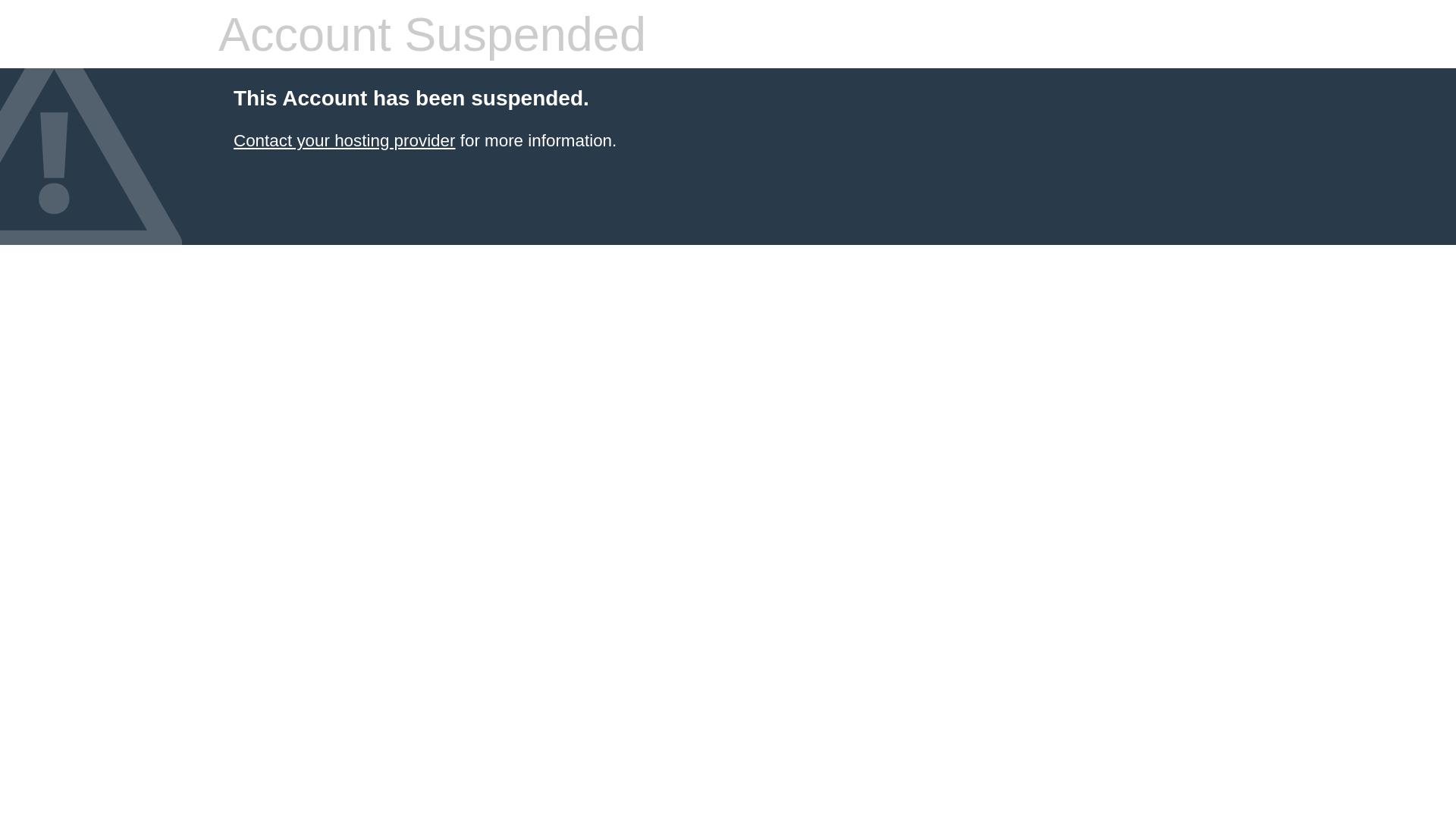 The image size is (1456, 819). Describe the element at coordinates (344, 140) in the screenshot. I see `'Contact your hosting provider'` at that location.